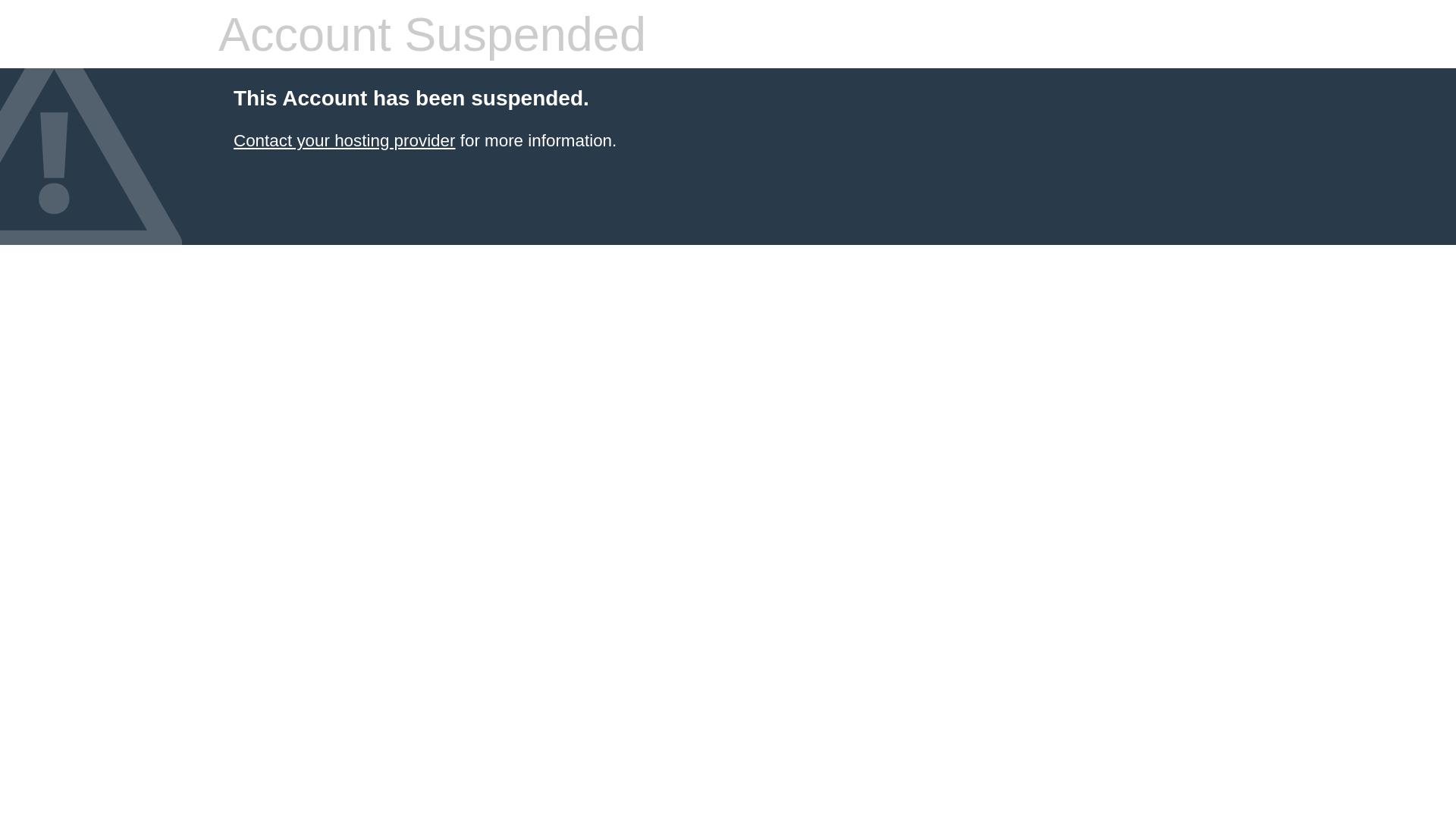 The image size is (1456, 819). Describe the element at coordinates (344, 140) in the screenshot. I see `'Contact your hosting provider'` at that location.